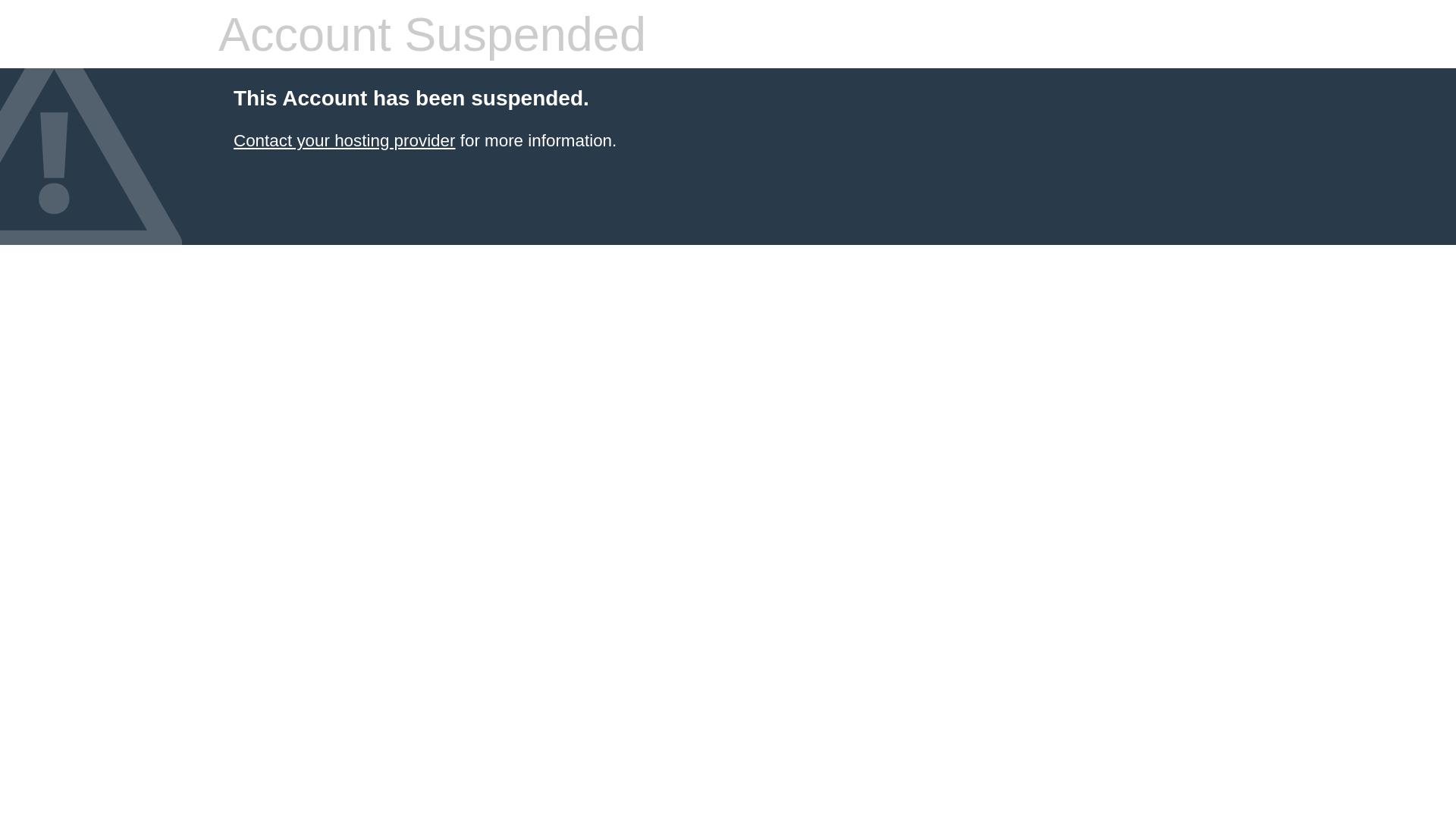 The image size is (1456, 819). Describe the element at coordinates (344, 140) in the screenshot. I see `'Contact your hosting provider'` at that location.